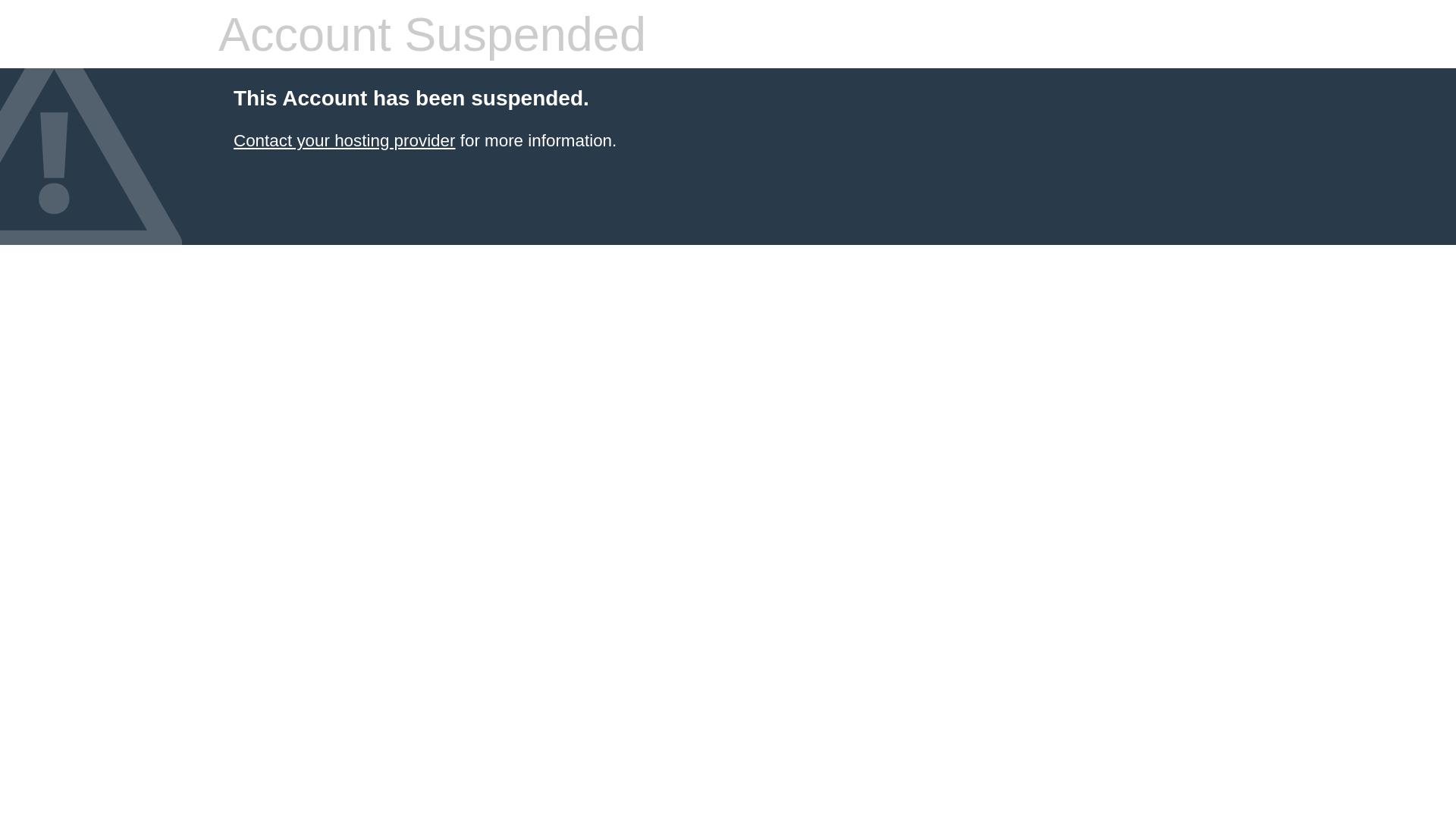 The image size is (1456, 819). Describe the element at coordinates (344, 140) in the screenshot. I see `'Contact your hosting provider'` at that location.